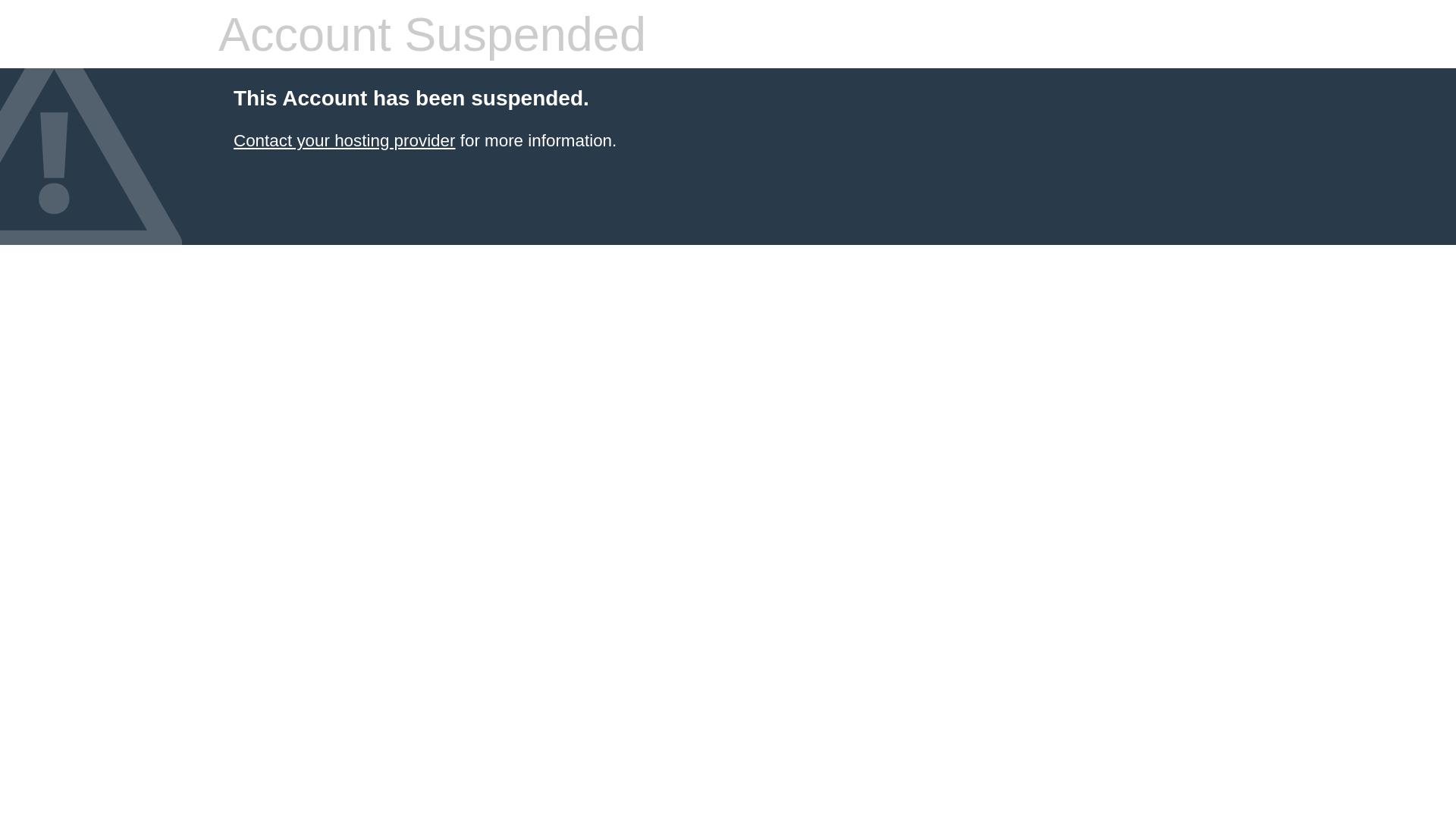 The image size is (1456, 819). Describe the element at coordinates (344, 140) in the screenshot. I see `'Contact your hosting provider'` at that location.